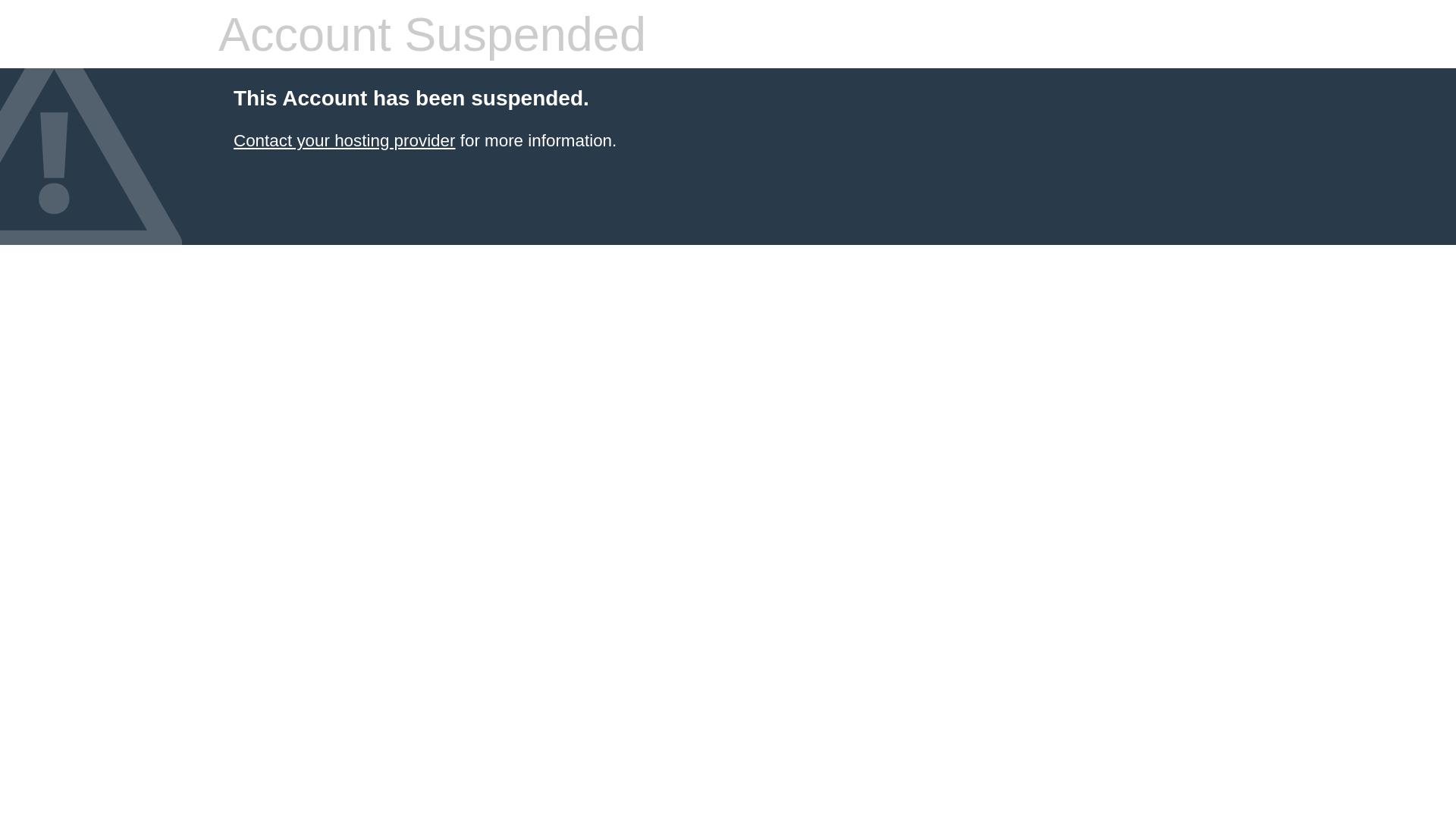 The image size is (1456, 819). Describe the element at coordinates (344, 140) in the screenshot. I see `'Contact your hosting provider'` at that location.